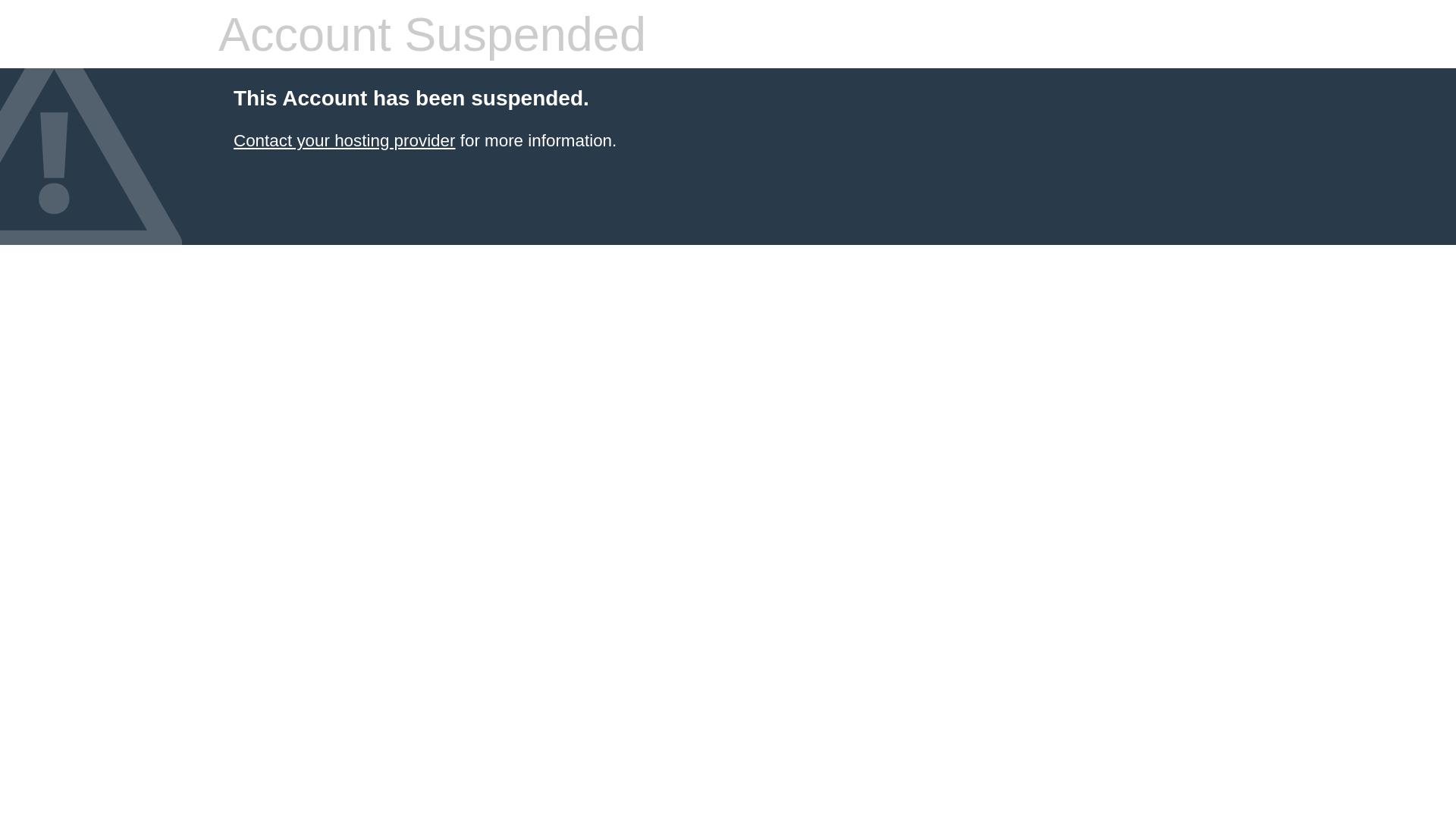 The image size is (1456, 819). Describe the element at coordinates (344, 140) in the screenshot. I see `'Contact your hosting provider'` at that location.